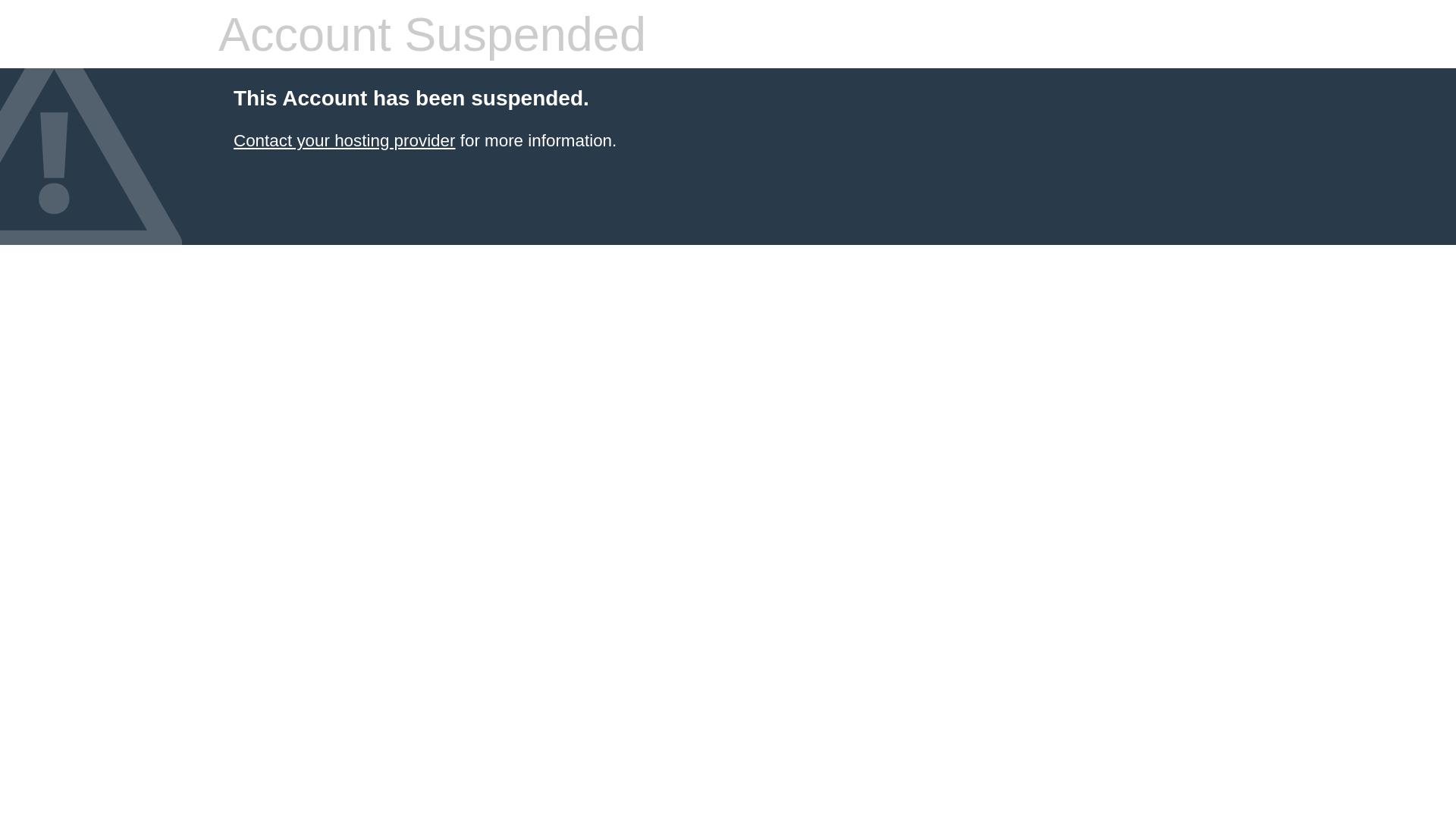 The image size is (1456, 819). Describe the element at coordinates (344, 140) in the screenshot. I see `'Contact your hosting provider'` at that location.